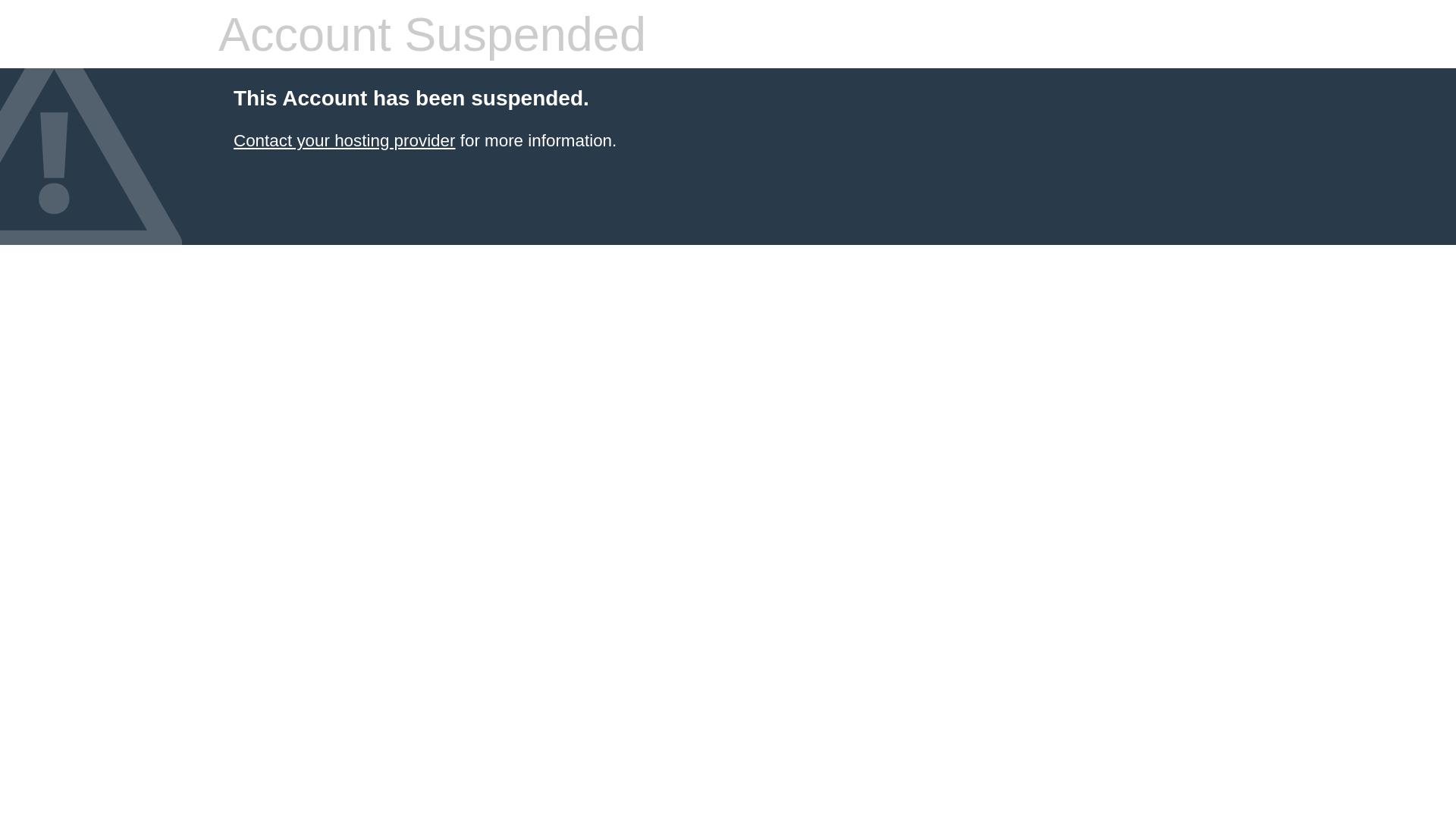 The image size is (1456, 819). Describe the element at coordinates (344, 140) in the screenshot. I see `'Contact your hosting provider'` at that location.